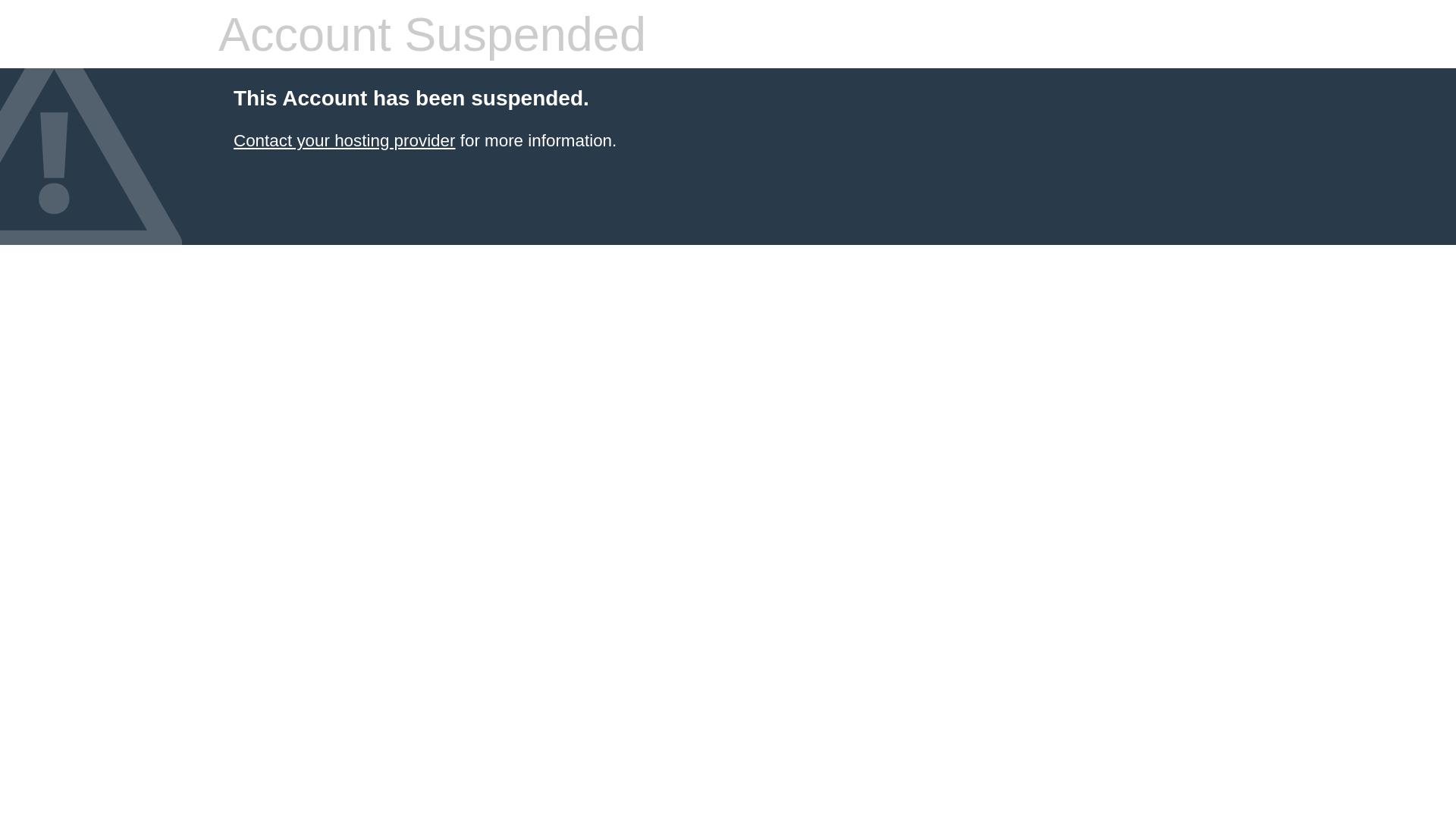 The image size is (1456, 819). Describe the element at coordinates (344, 140) in the screenshot. I see `'Contact your hosting provider'` at that location.